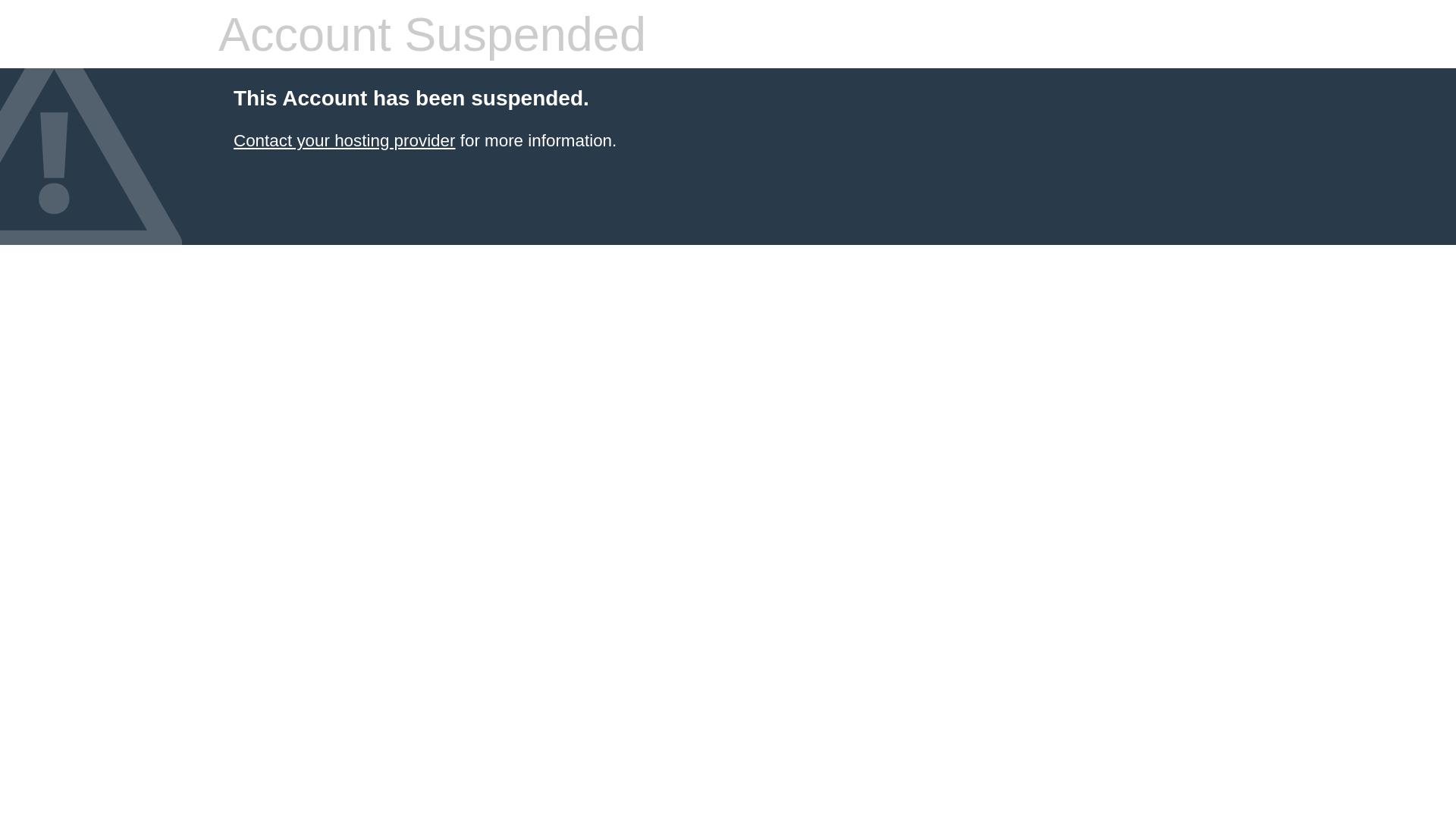 The image size is (1456, 819). Describe the element at coordinates (344, 140) in the screenshot. I see `'Contact your hosting provider'` at that location.